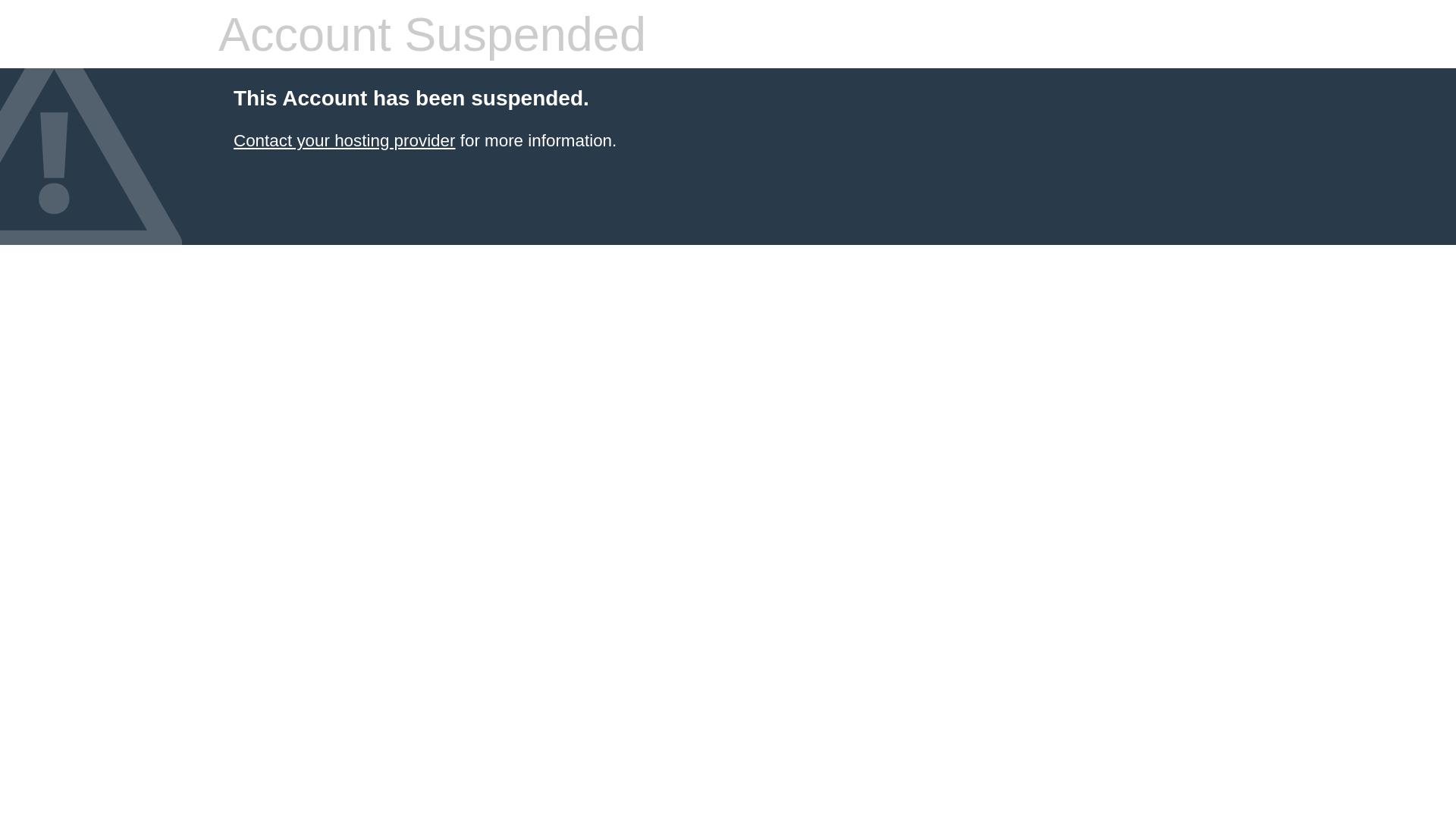 The image size is (1456, 819). Describe the element at coordinates (344, 140) in the screenshot. I see `'Contact your hosting provider'` at that location.